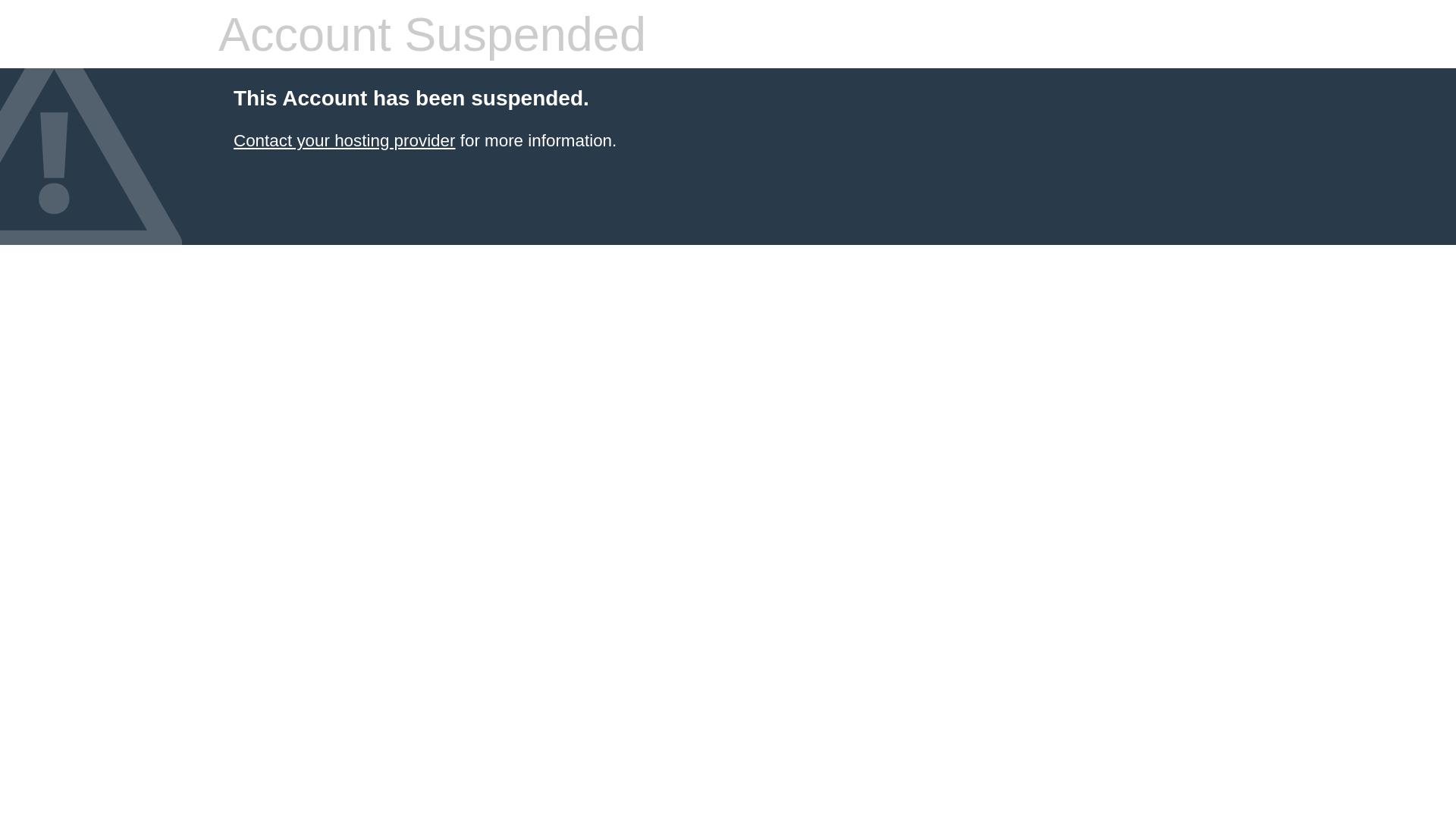 The image size is (1456, 819). Describe the element at coordinates (344, 140) in the screenshot. I see `'Contact your hosting provider'` at that location.